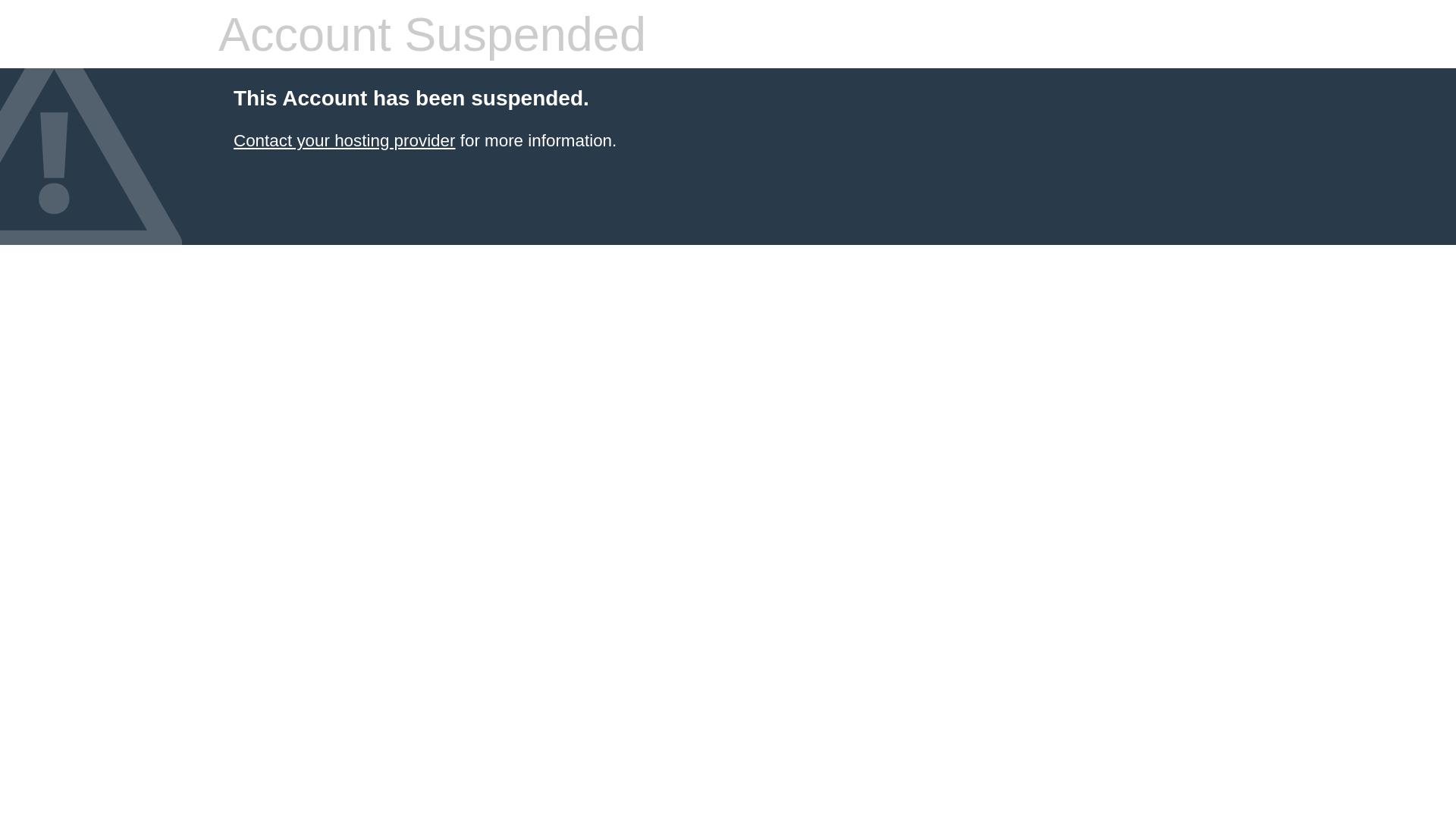 The image size is (1456, 819). Describe the element at coordinates (344, 140) in the screenshot. I see `'Contact your hosting provider'` at that location.